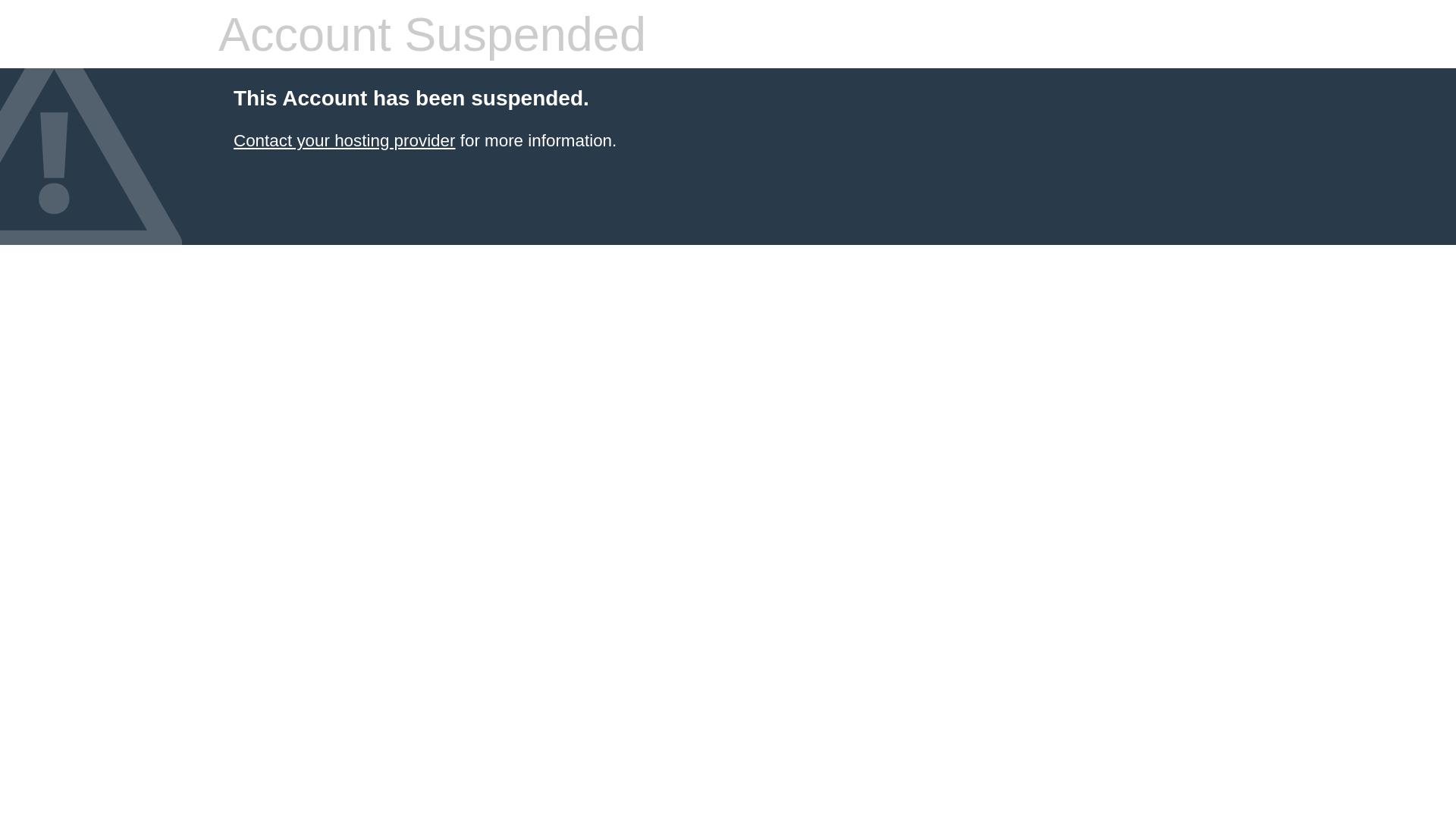 The image size is (1456, 819). Describe the element at coordinates (344, 140) in the screenshot. I see `'Contact your hosting provider'` at that location.